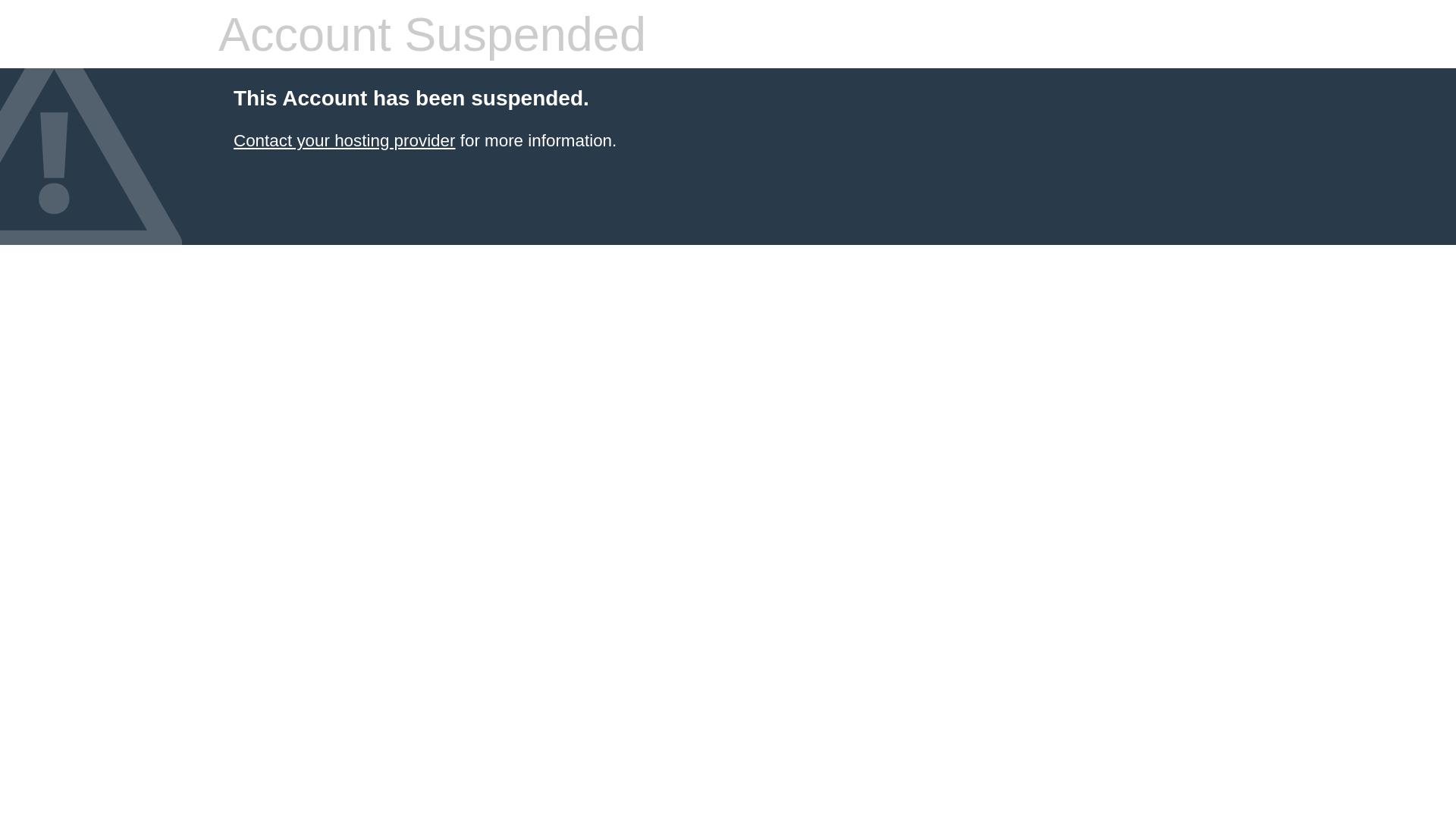 The image size is (1456, 819). Describe the element at coordinates (344, 140) in the screenshot. I see `'Contact your hosting provider'` at that location.